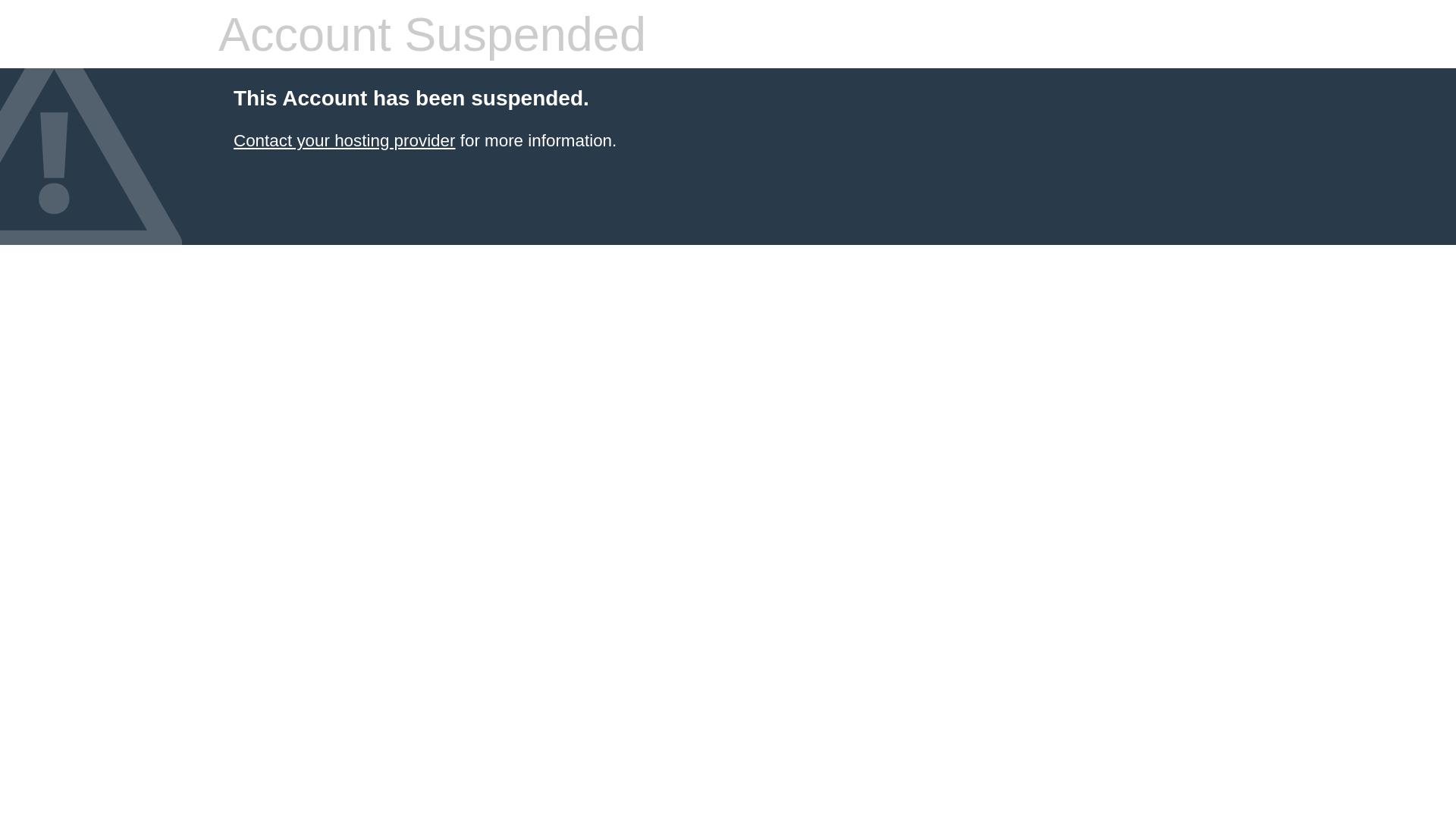 The image size is (1456, 819). Describe the element at coordinates (344, 140) in the screenshot. I see `'Contact your hosting provider'` at that location.